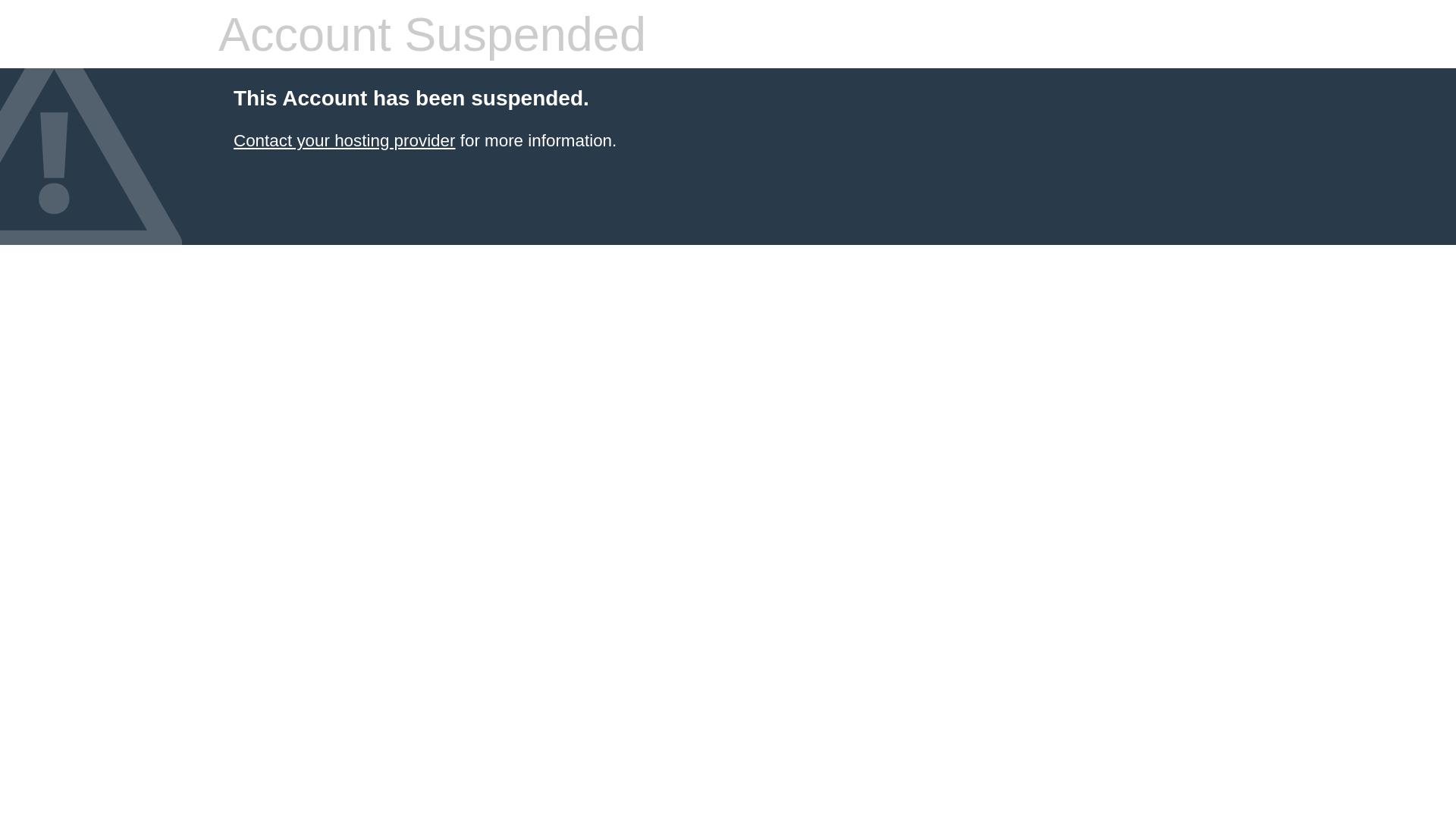 The image size is (1456, 819). Describe the element at coordinates (344, 140) in the screenshot. I see `'Contact your hosting provider'` at that location.